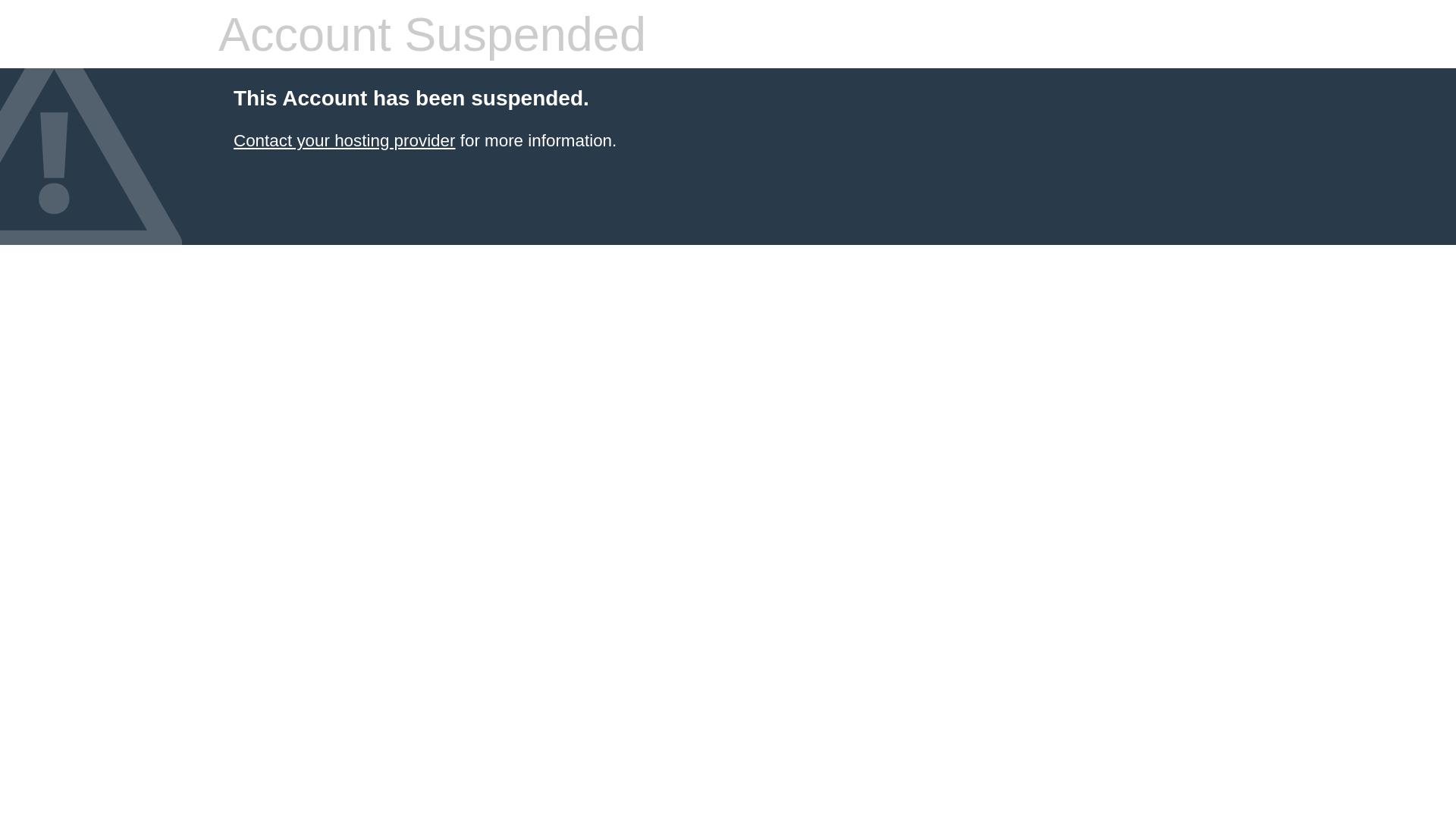 The image size is (1456, 819). Describe the element at coordinates (344, 140) in the screenshot. I see `'Contact your hosting provider'` at that location.